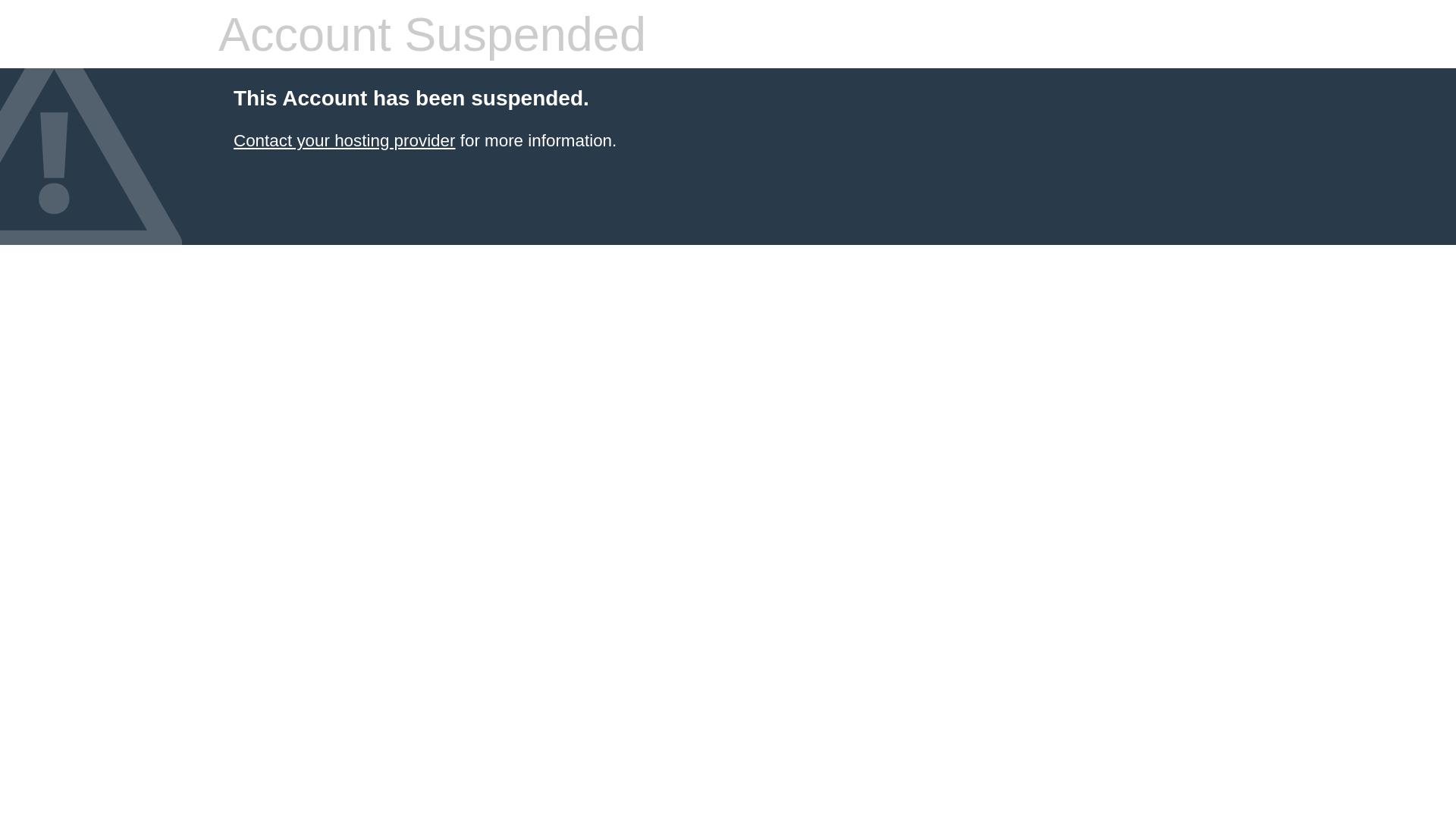 The image size is (1456, 819). Describe the element at coordinates (344, 140) in the screenshot. I see `'Contact your hosting provider'` at that location.